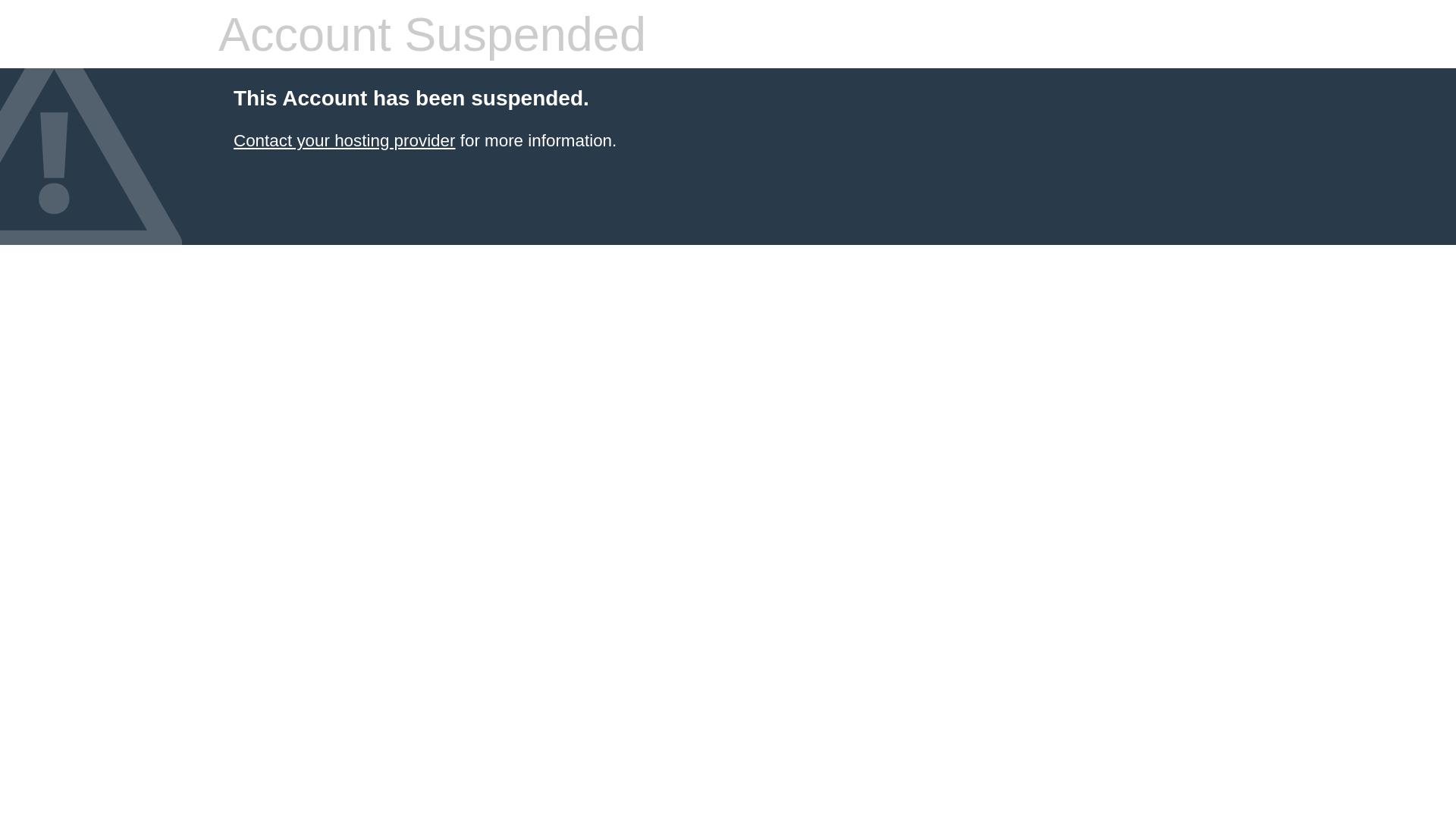 The image size is (1456, 819). Describe the element at coordinates (344, 140) in the screenshot. I see `'Contact your hosting provider'` at that location.